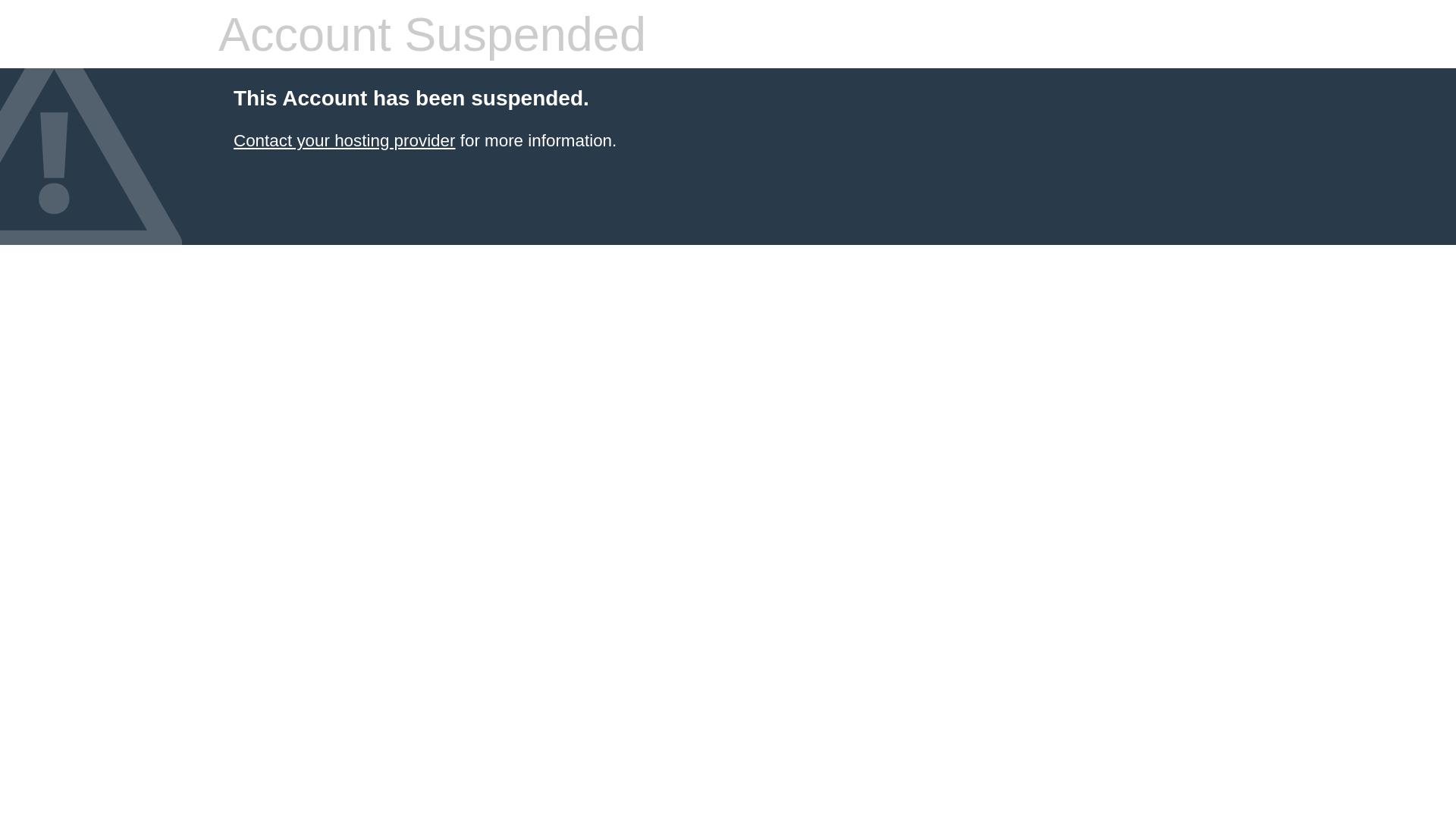 The image size is (1456, 819). Describe the element at coordinates (344, 140) in the screenshot. I see `'Contact your hosting provider'` at that location.